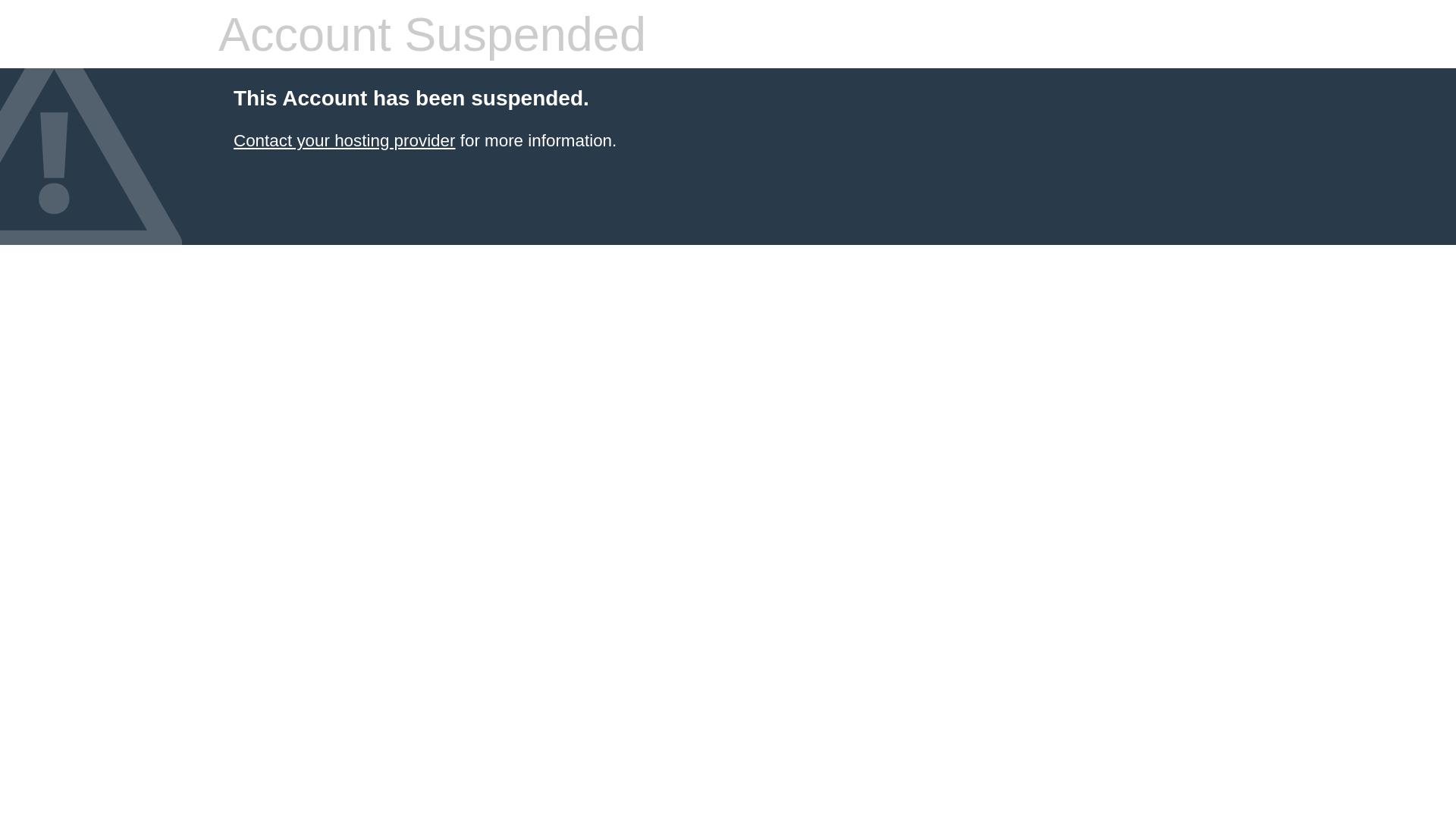 The image size is (1456, 819). Describe the element at coordinates (344, 140) in the screenshot. I see `'Contact your hosting provider'` at that location.